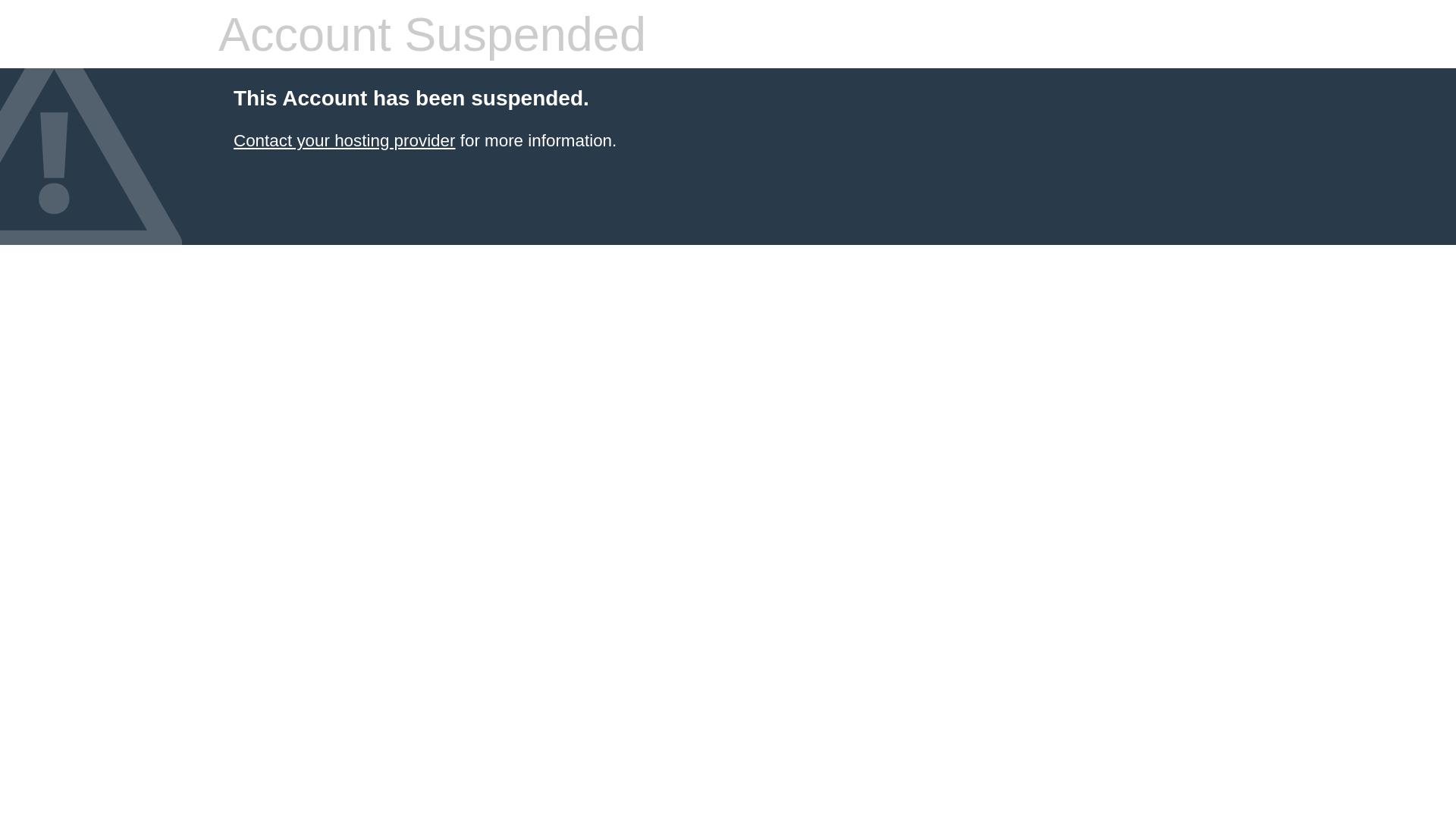 The image size is (1456, 819). Describe the element at coordinates (344, 140) in the screenshot. I see `'Contact your hosting provider'` at that location.